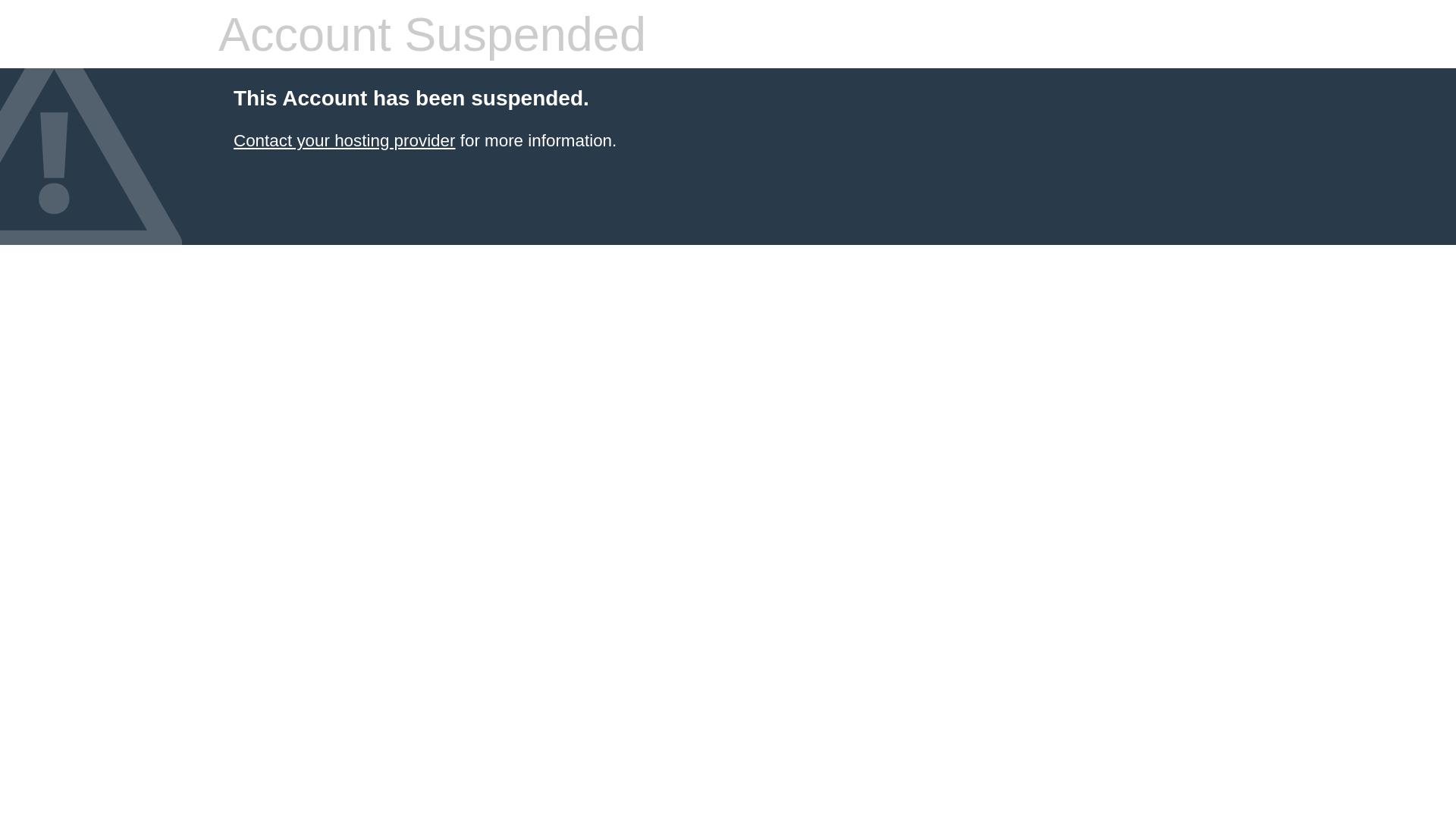 The image size is (1456, 819). Describe the element at coordinates (344, 140) in the screenshot. I see `'Contact your hosting provider'` at that location.